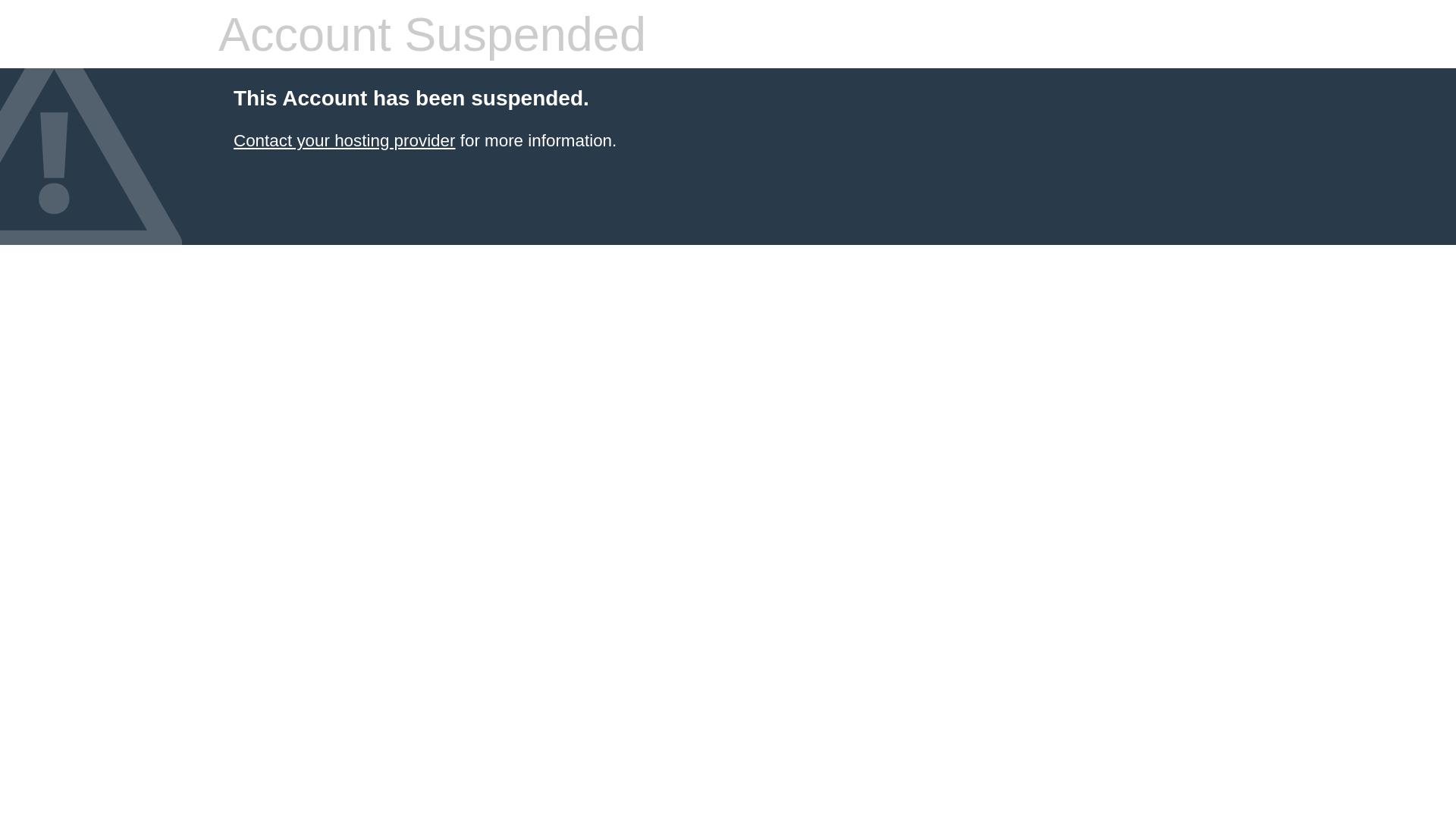 The image size is (1456, 819). Describe the element at coordinates (344, 140) in the screenshot. I see `'Contact your hosting provider'` at that location.